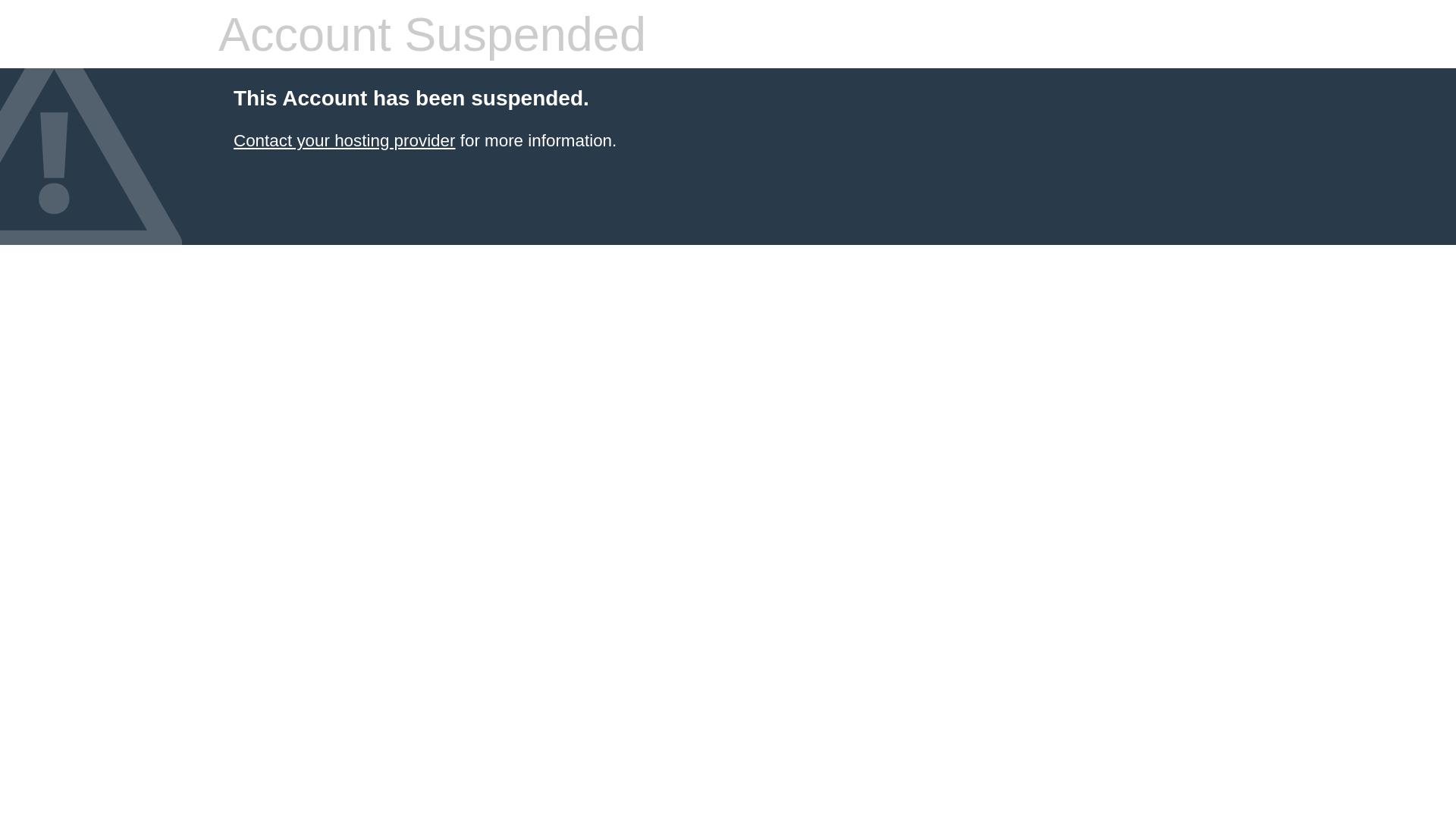 The image size is (1456, 819). Describe the element at coordinates (344, 140) in the screenshot. I see `'Contact your hosting provider'` at that location.